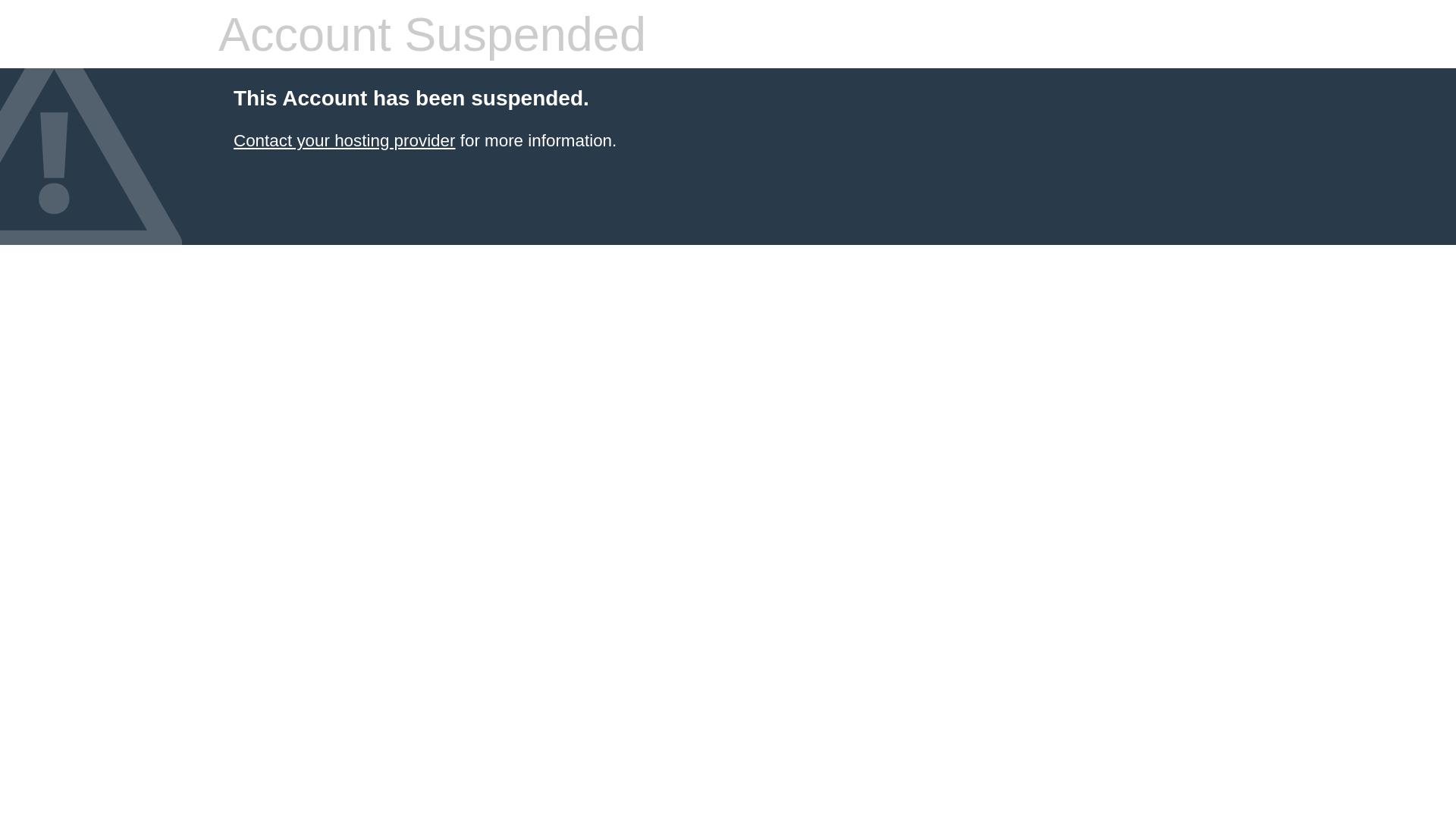 The image size is (1456, 819). Describe the element at coordinates (344, 140) in the screenshot. I see `'Contact your hosting provider'` at that location.